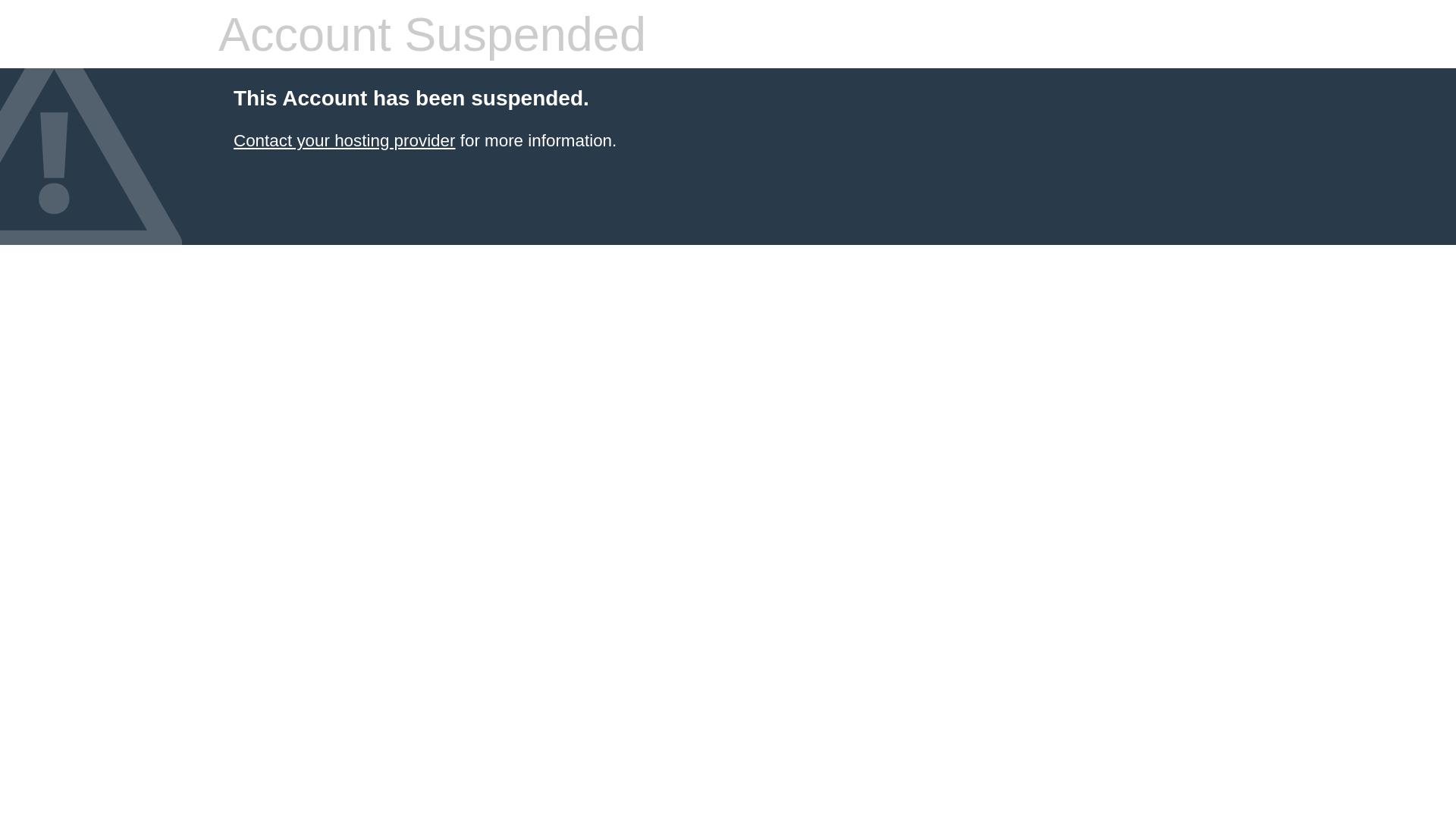 The image size is (1456, 819). Describe the element at coordinates (344, 140) in the screenshot. I see `'Contact your hosting provider'` at that location.